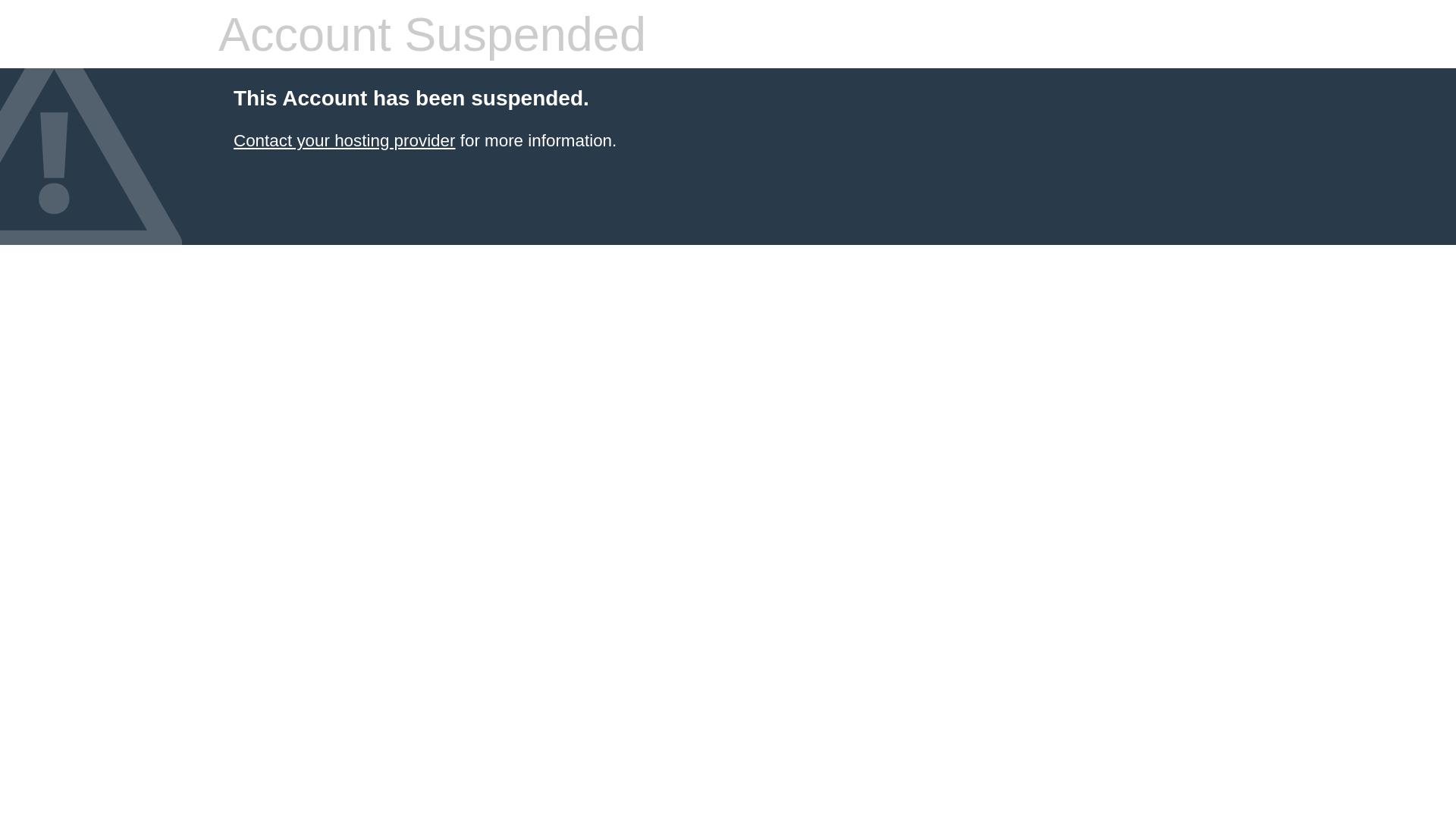 The image size is (1456, 819). Describe the element at coordinates (344, 140) in the screenshot. I see `'Contact your hosting provider'` at that location.